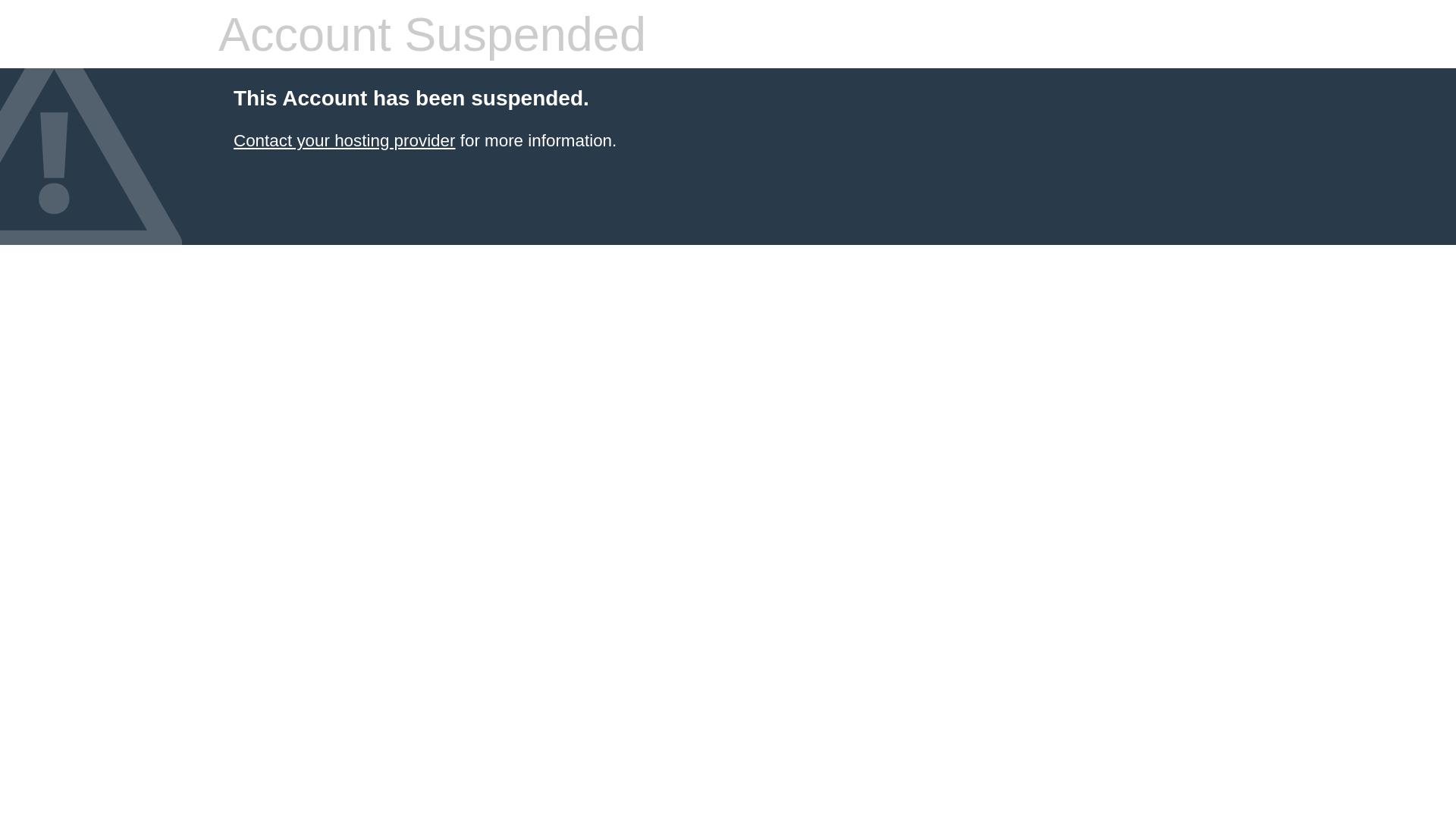 The image size is (1456, 819). Describe the element at coordinates (344, 140) in the screenshot. I see `'Contact your hosting provider'` at that location.